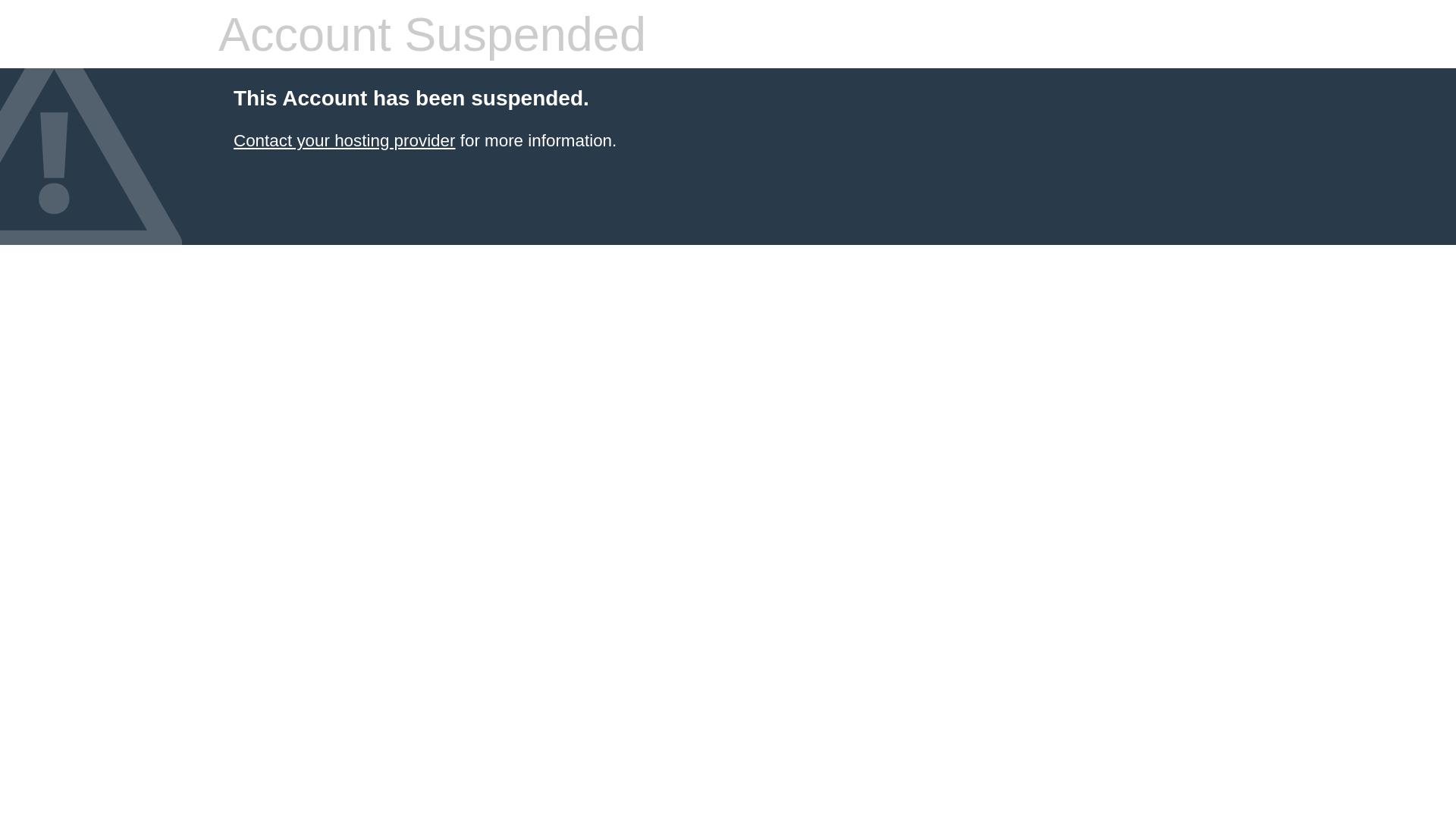 The image size is (1456, 819). Describe the element at coordinates (344, 140) in the screenshot. I see `'Contact your hosting provider'` at that location.